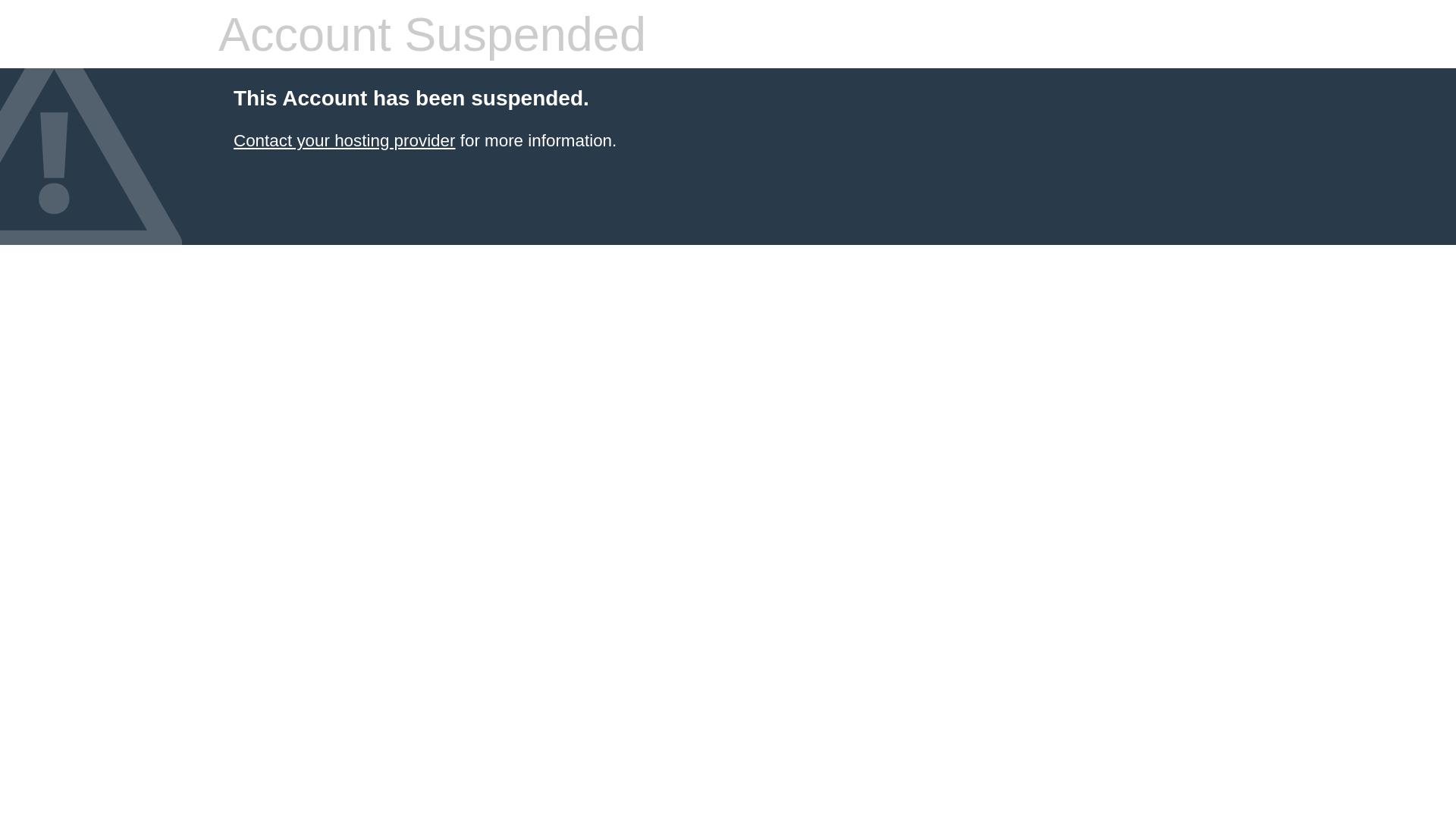 The image size is (1456, 819). Describe the element at coordinates (344, 140) in the screenshot. I see `'Contact your hosting provider'` at that location.